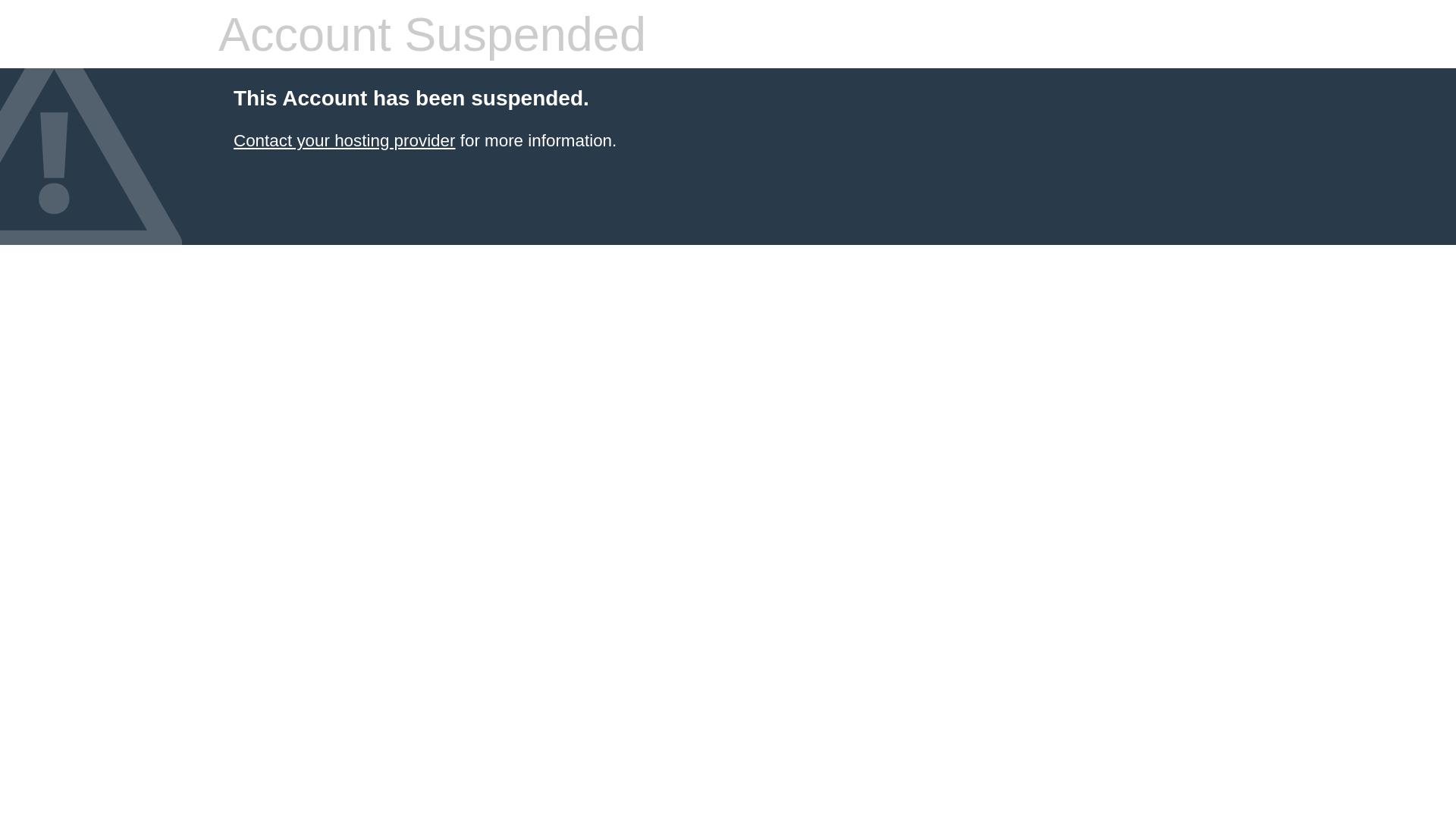 The image size is (1456, 819). Describe the element at coordinates (344, 140) in the screenshot. I see `'Contact your hosting provider'` at that location.